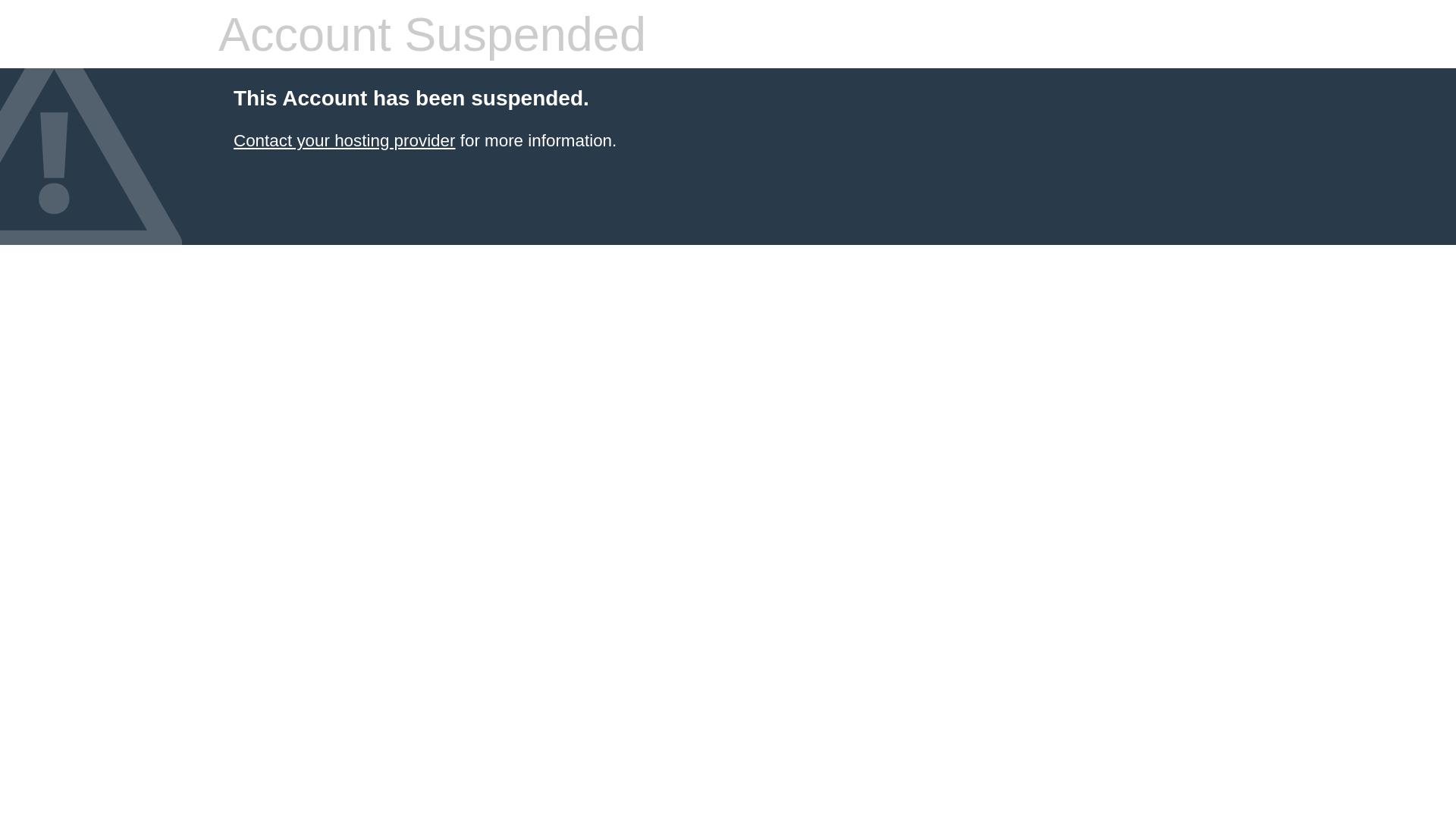 The image size is (1456, 819). Describe the element at coordinates (344, 140) in the screenshot. I see `'Contact your hosting provider'` at that location.